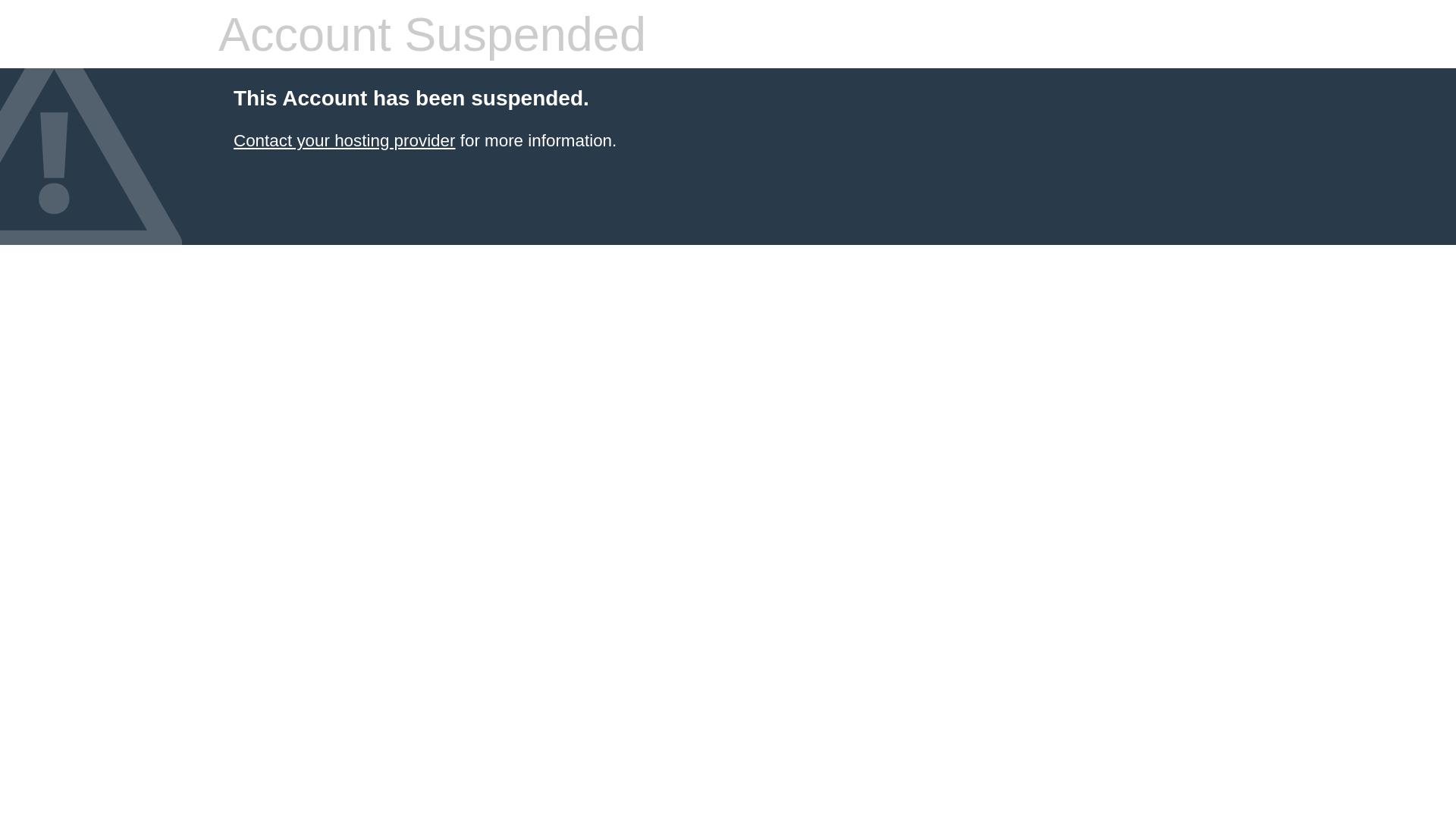 The image size is (1456, 819). Describe the element at coordinates (344, 140) in the screenshot. I see `'Contact your hosting provider'` at that location.